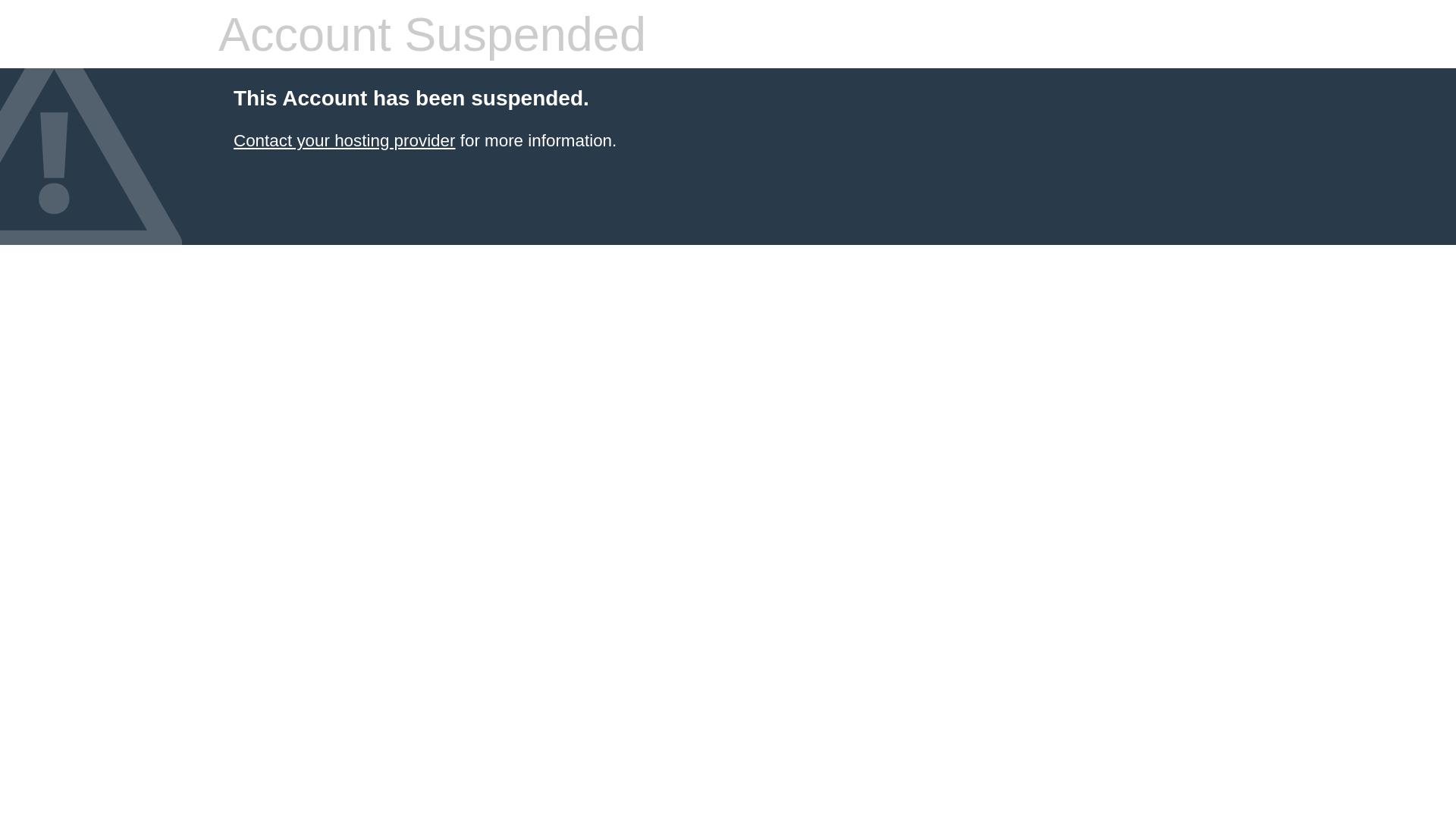 The image size is (1456, 819). Describe the element at coordinates (344, 140) in the screenshot. I see `'Contact your hosting provider'` at that location.